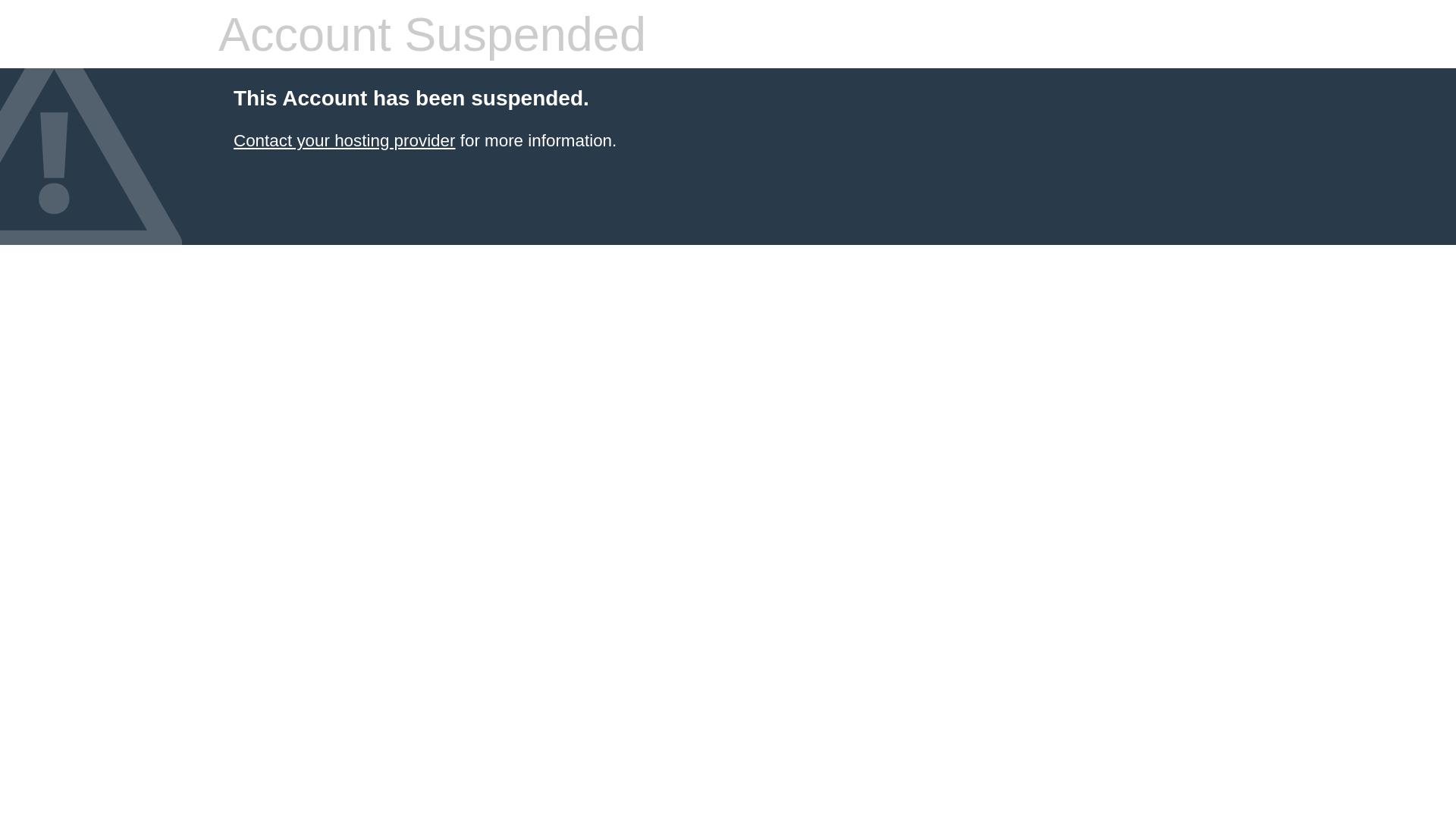 The image size is (1456, 819). Describe the element at coordinates (344, 140) in the screenshot. I see `'Contact your hosting provider'` at that location.